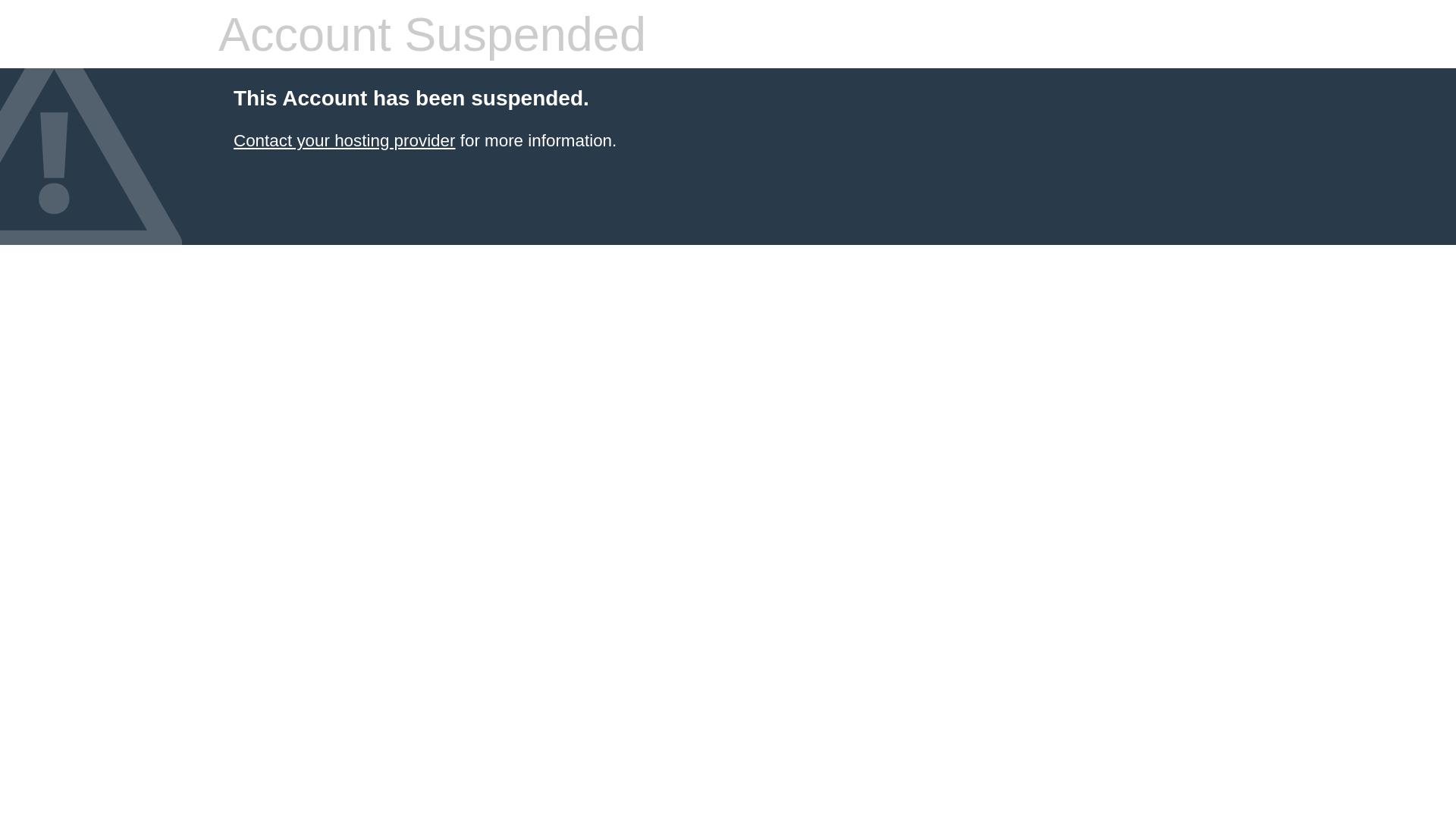 The image size is (1456, 819). Describe the element at coordinates (344, 140) in the screenshot. I see `'Contact your hosting provider'` at that location.